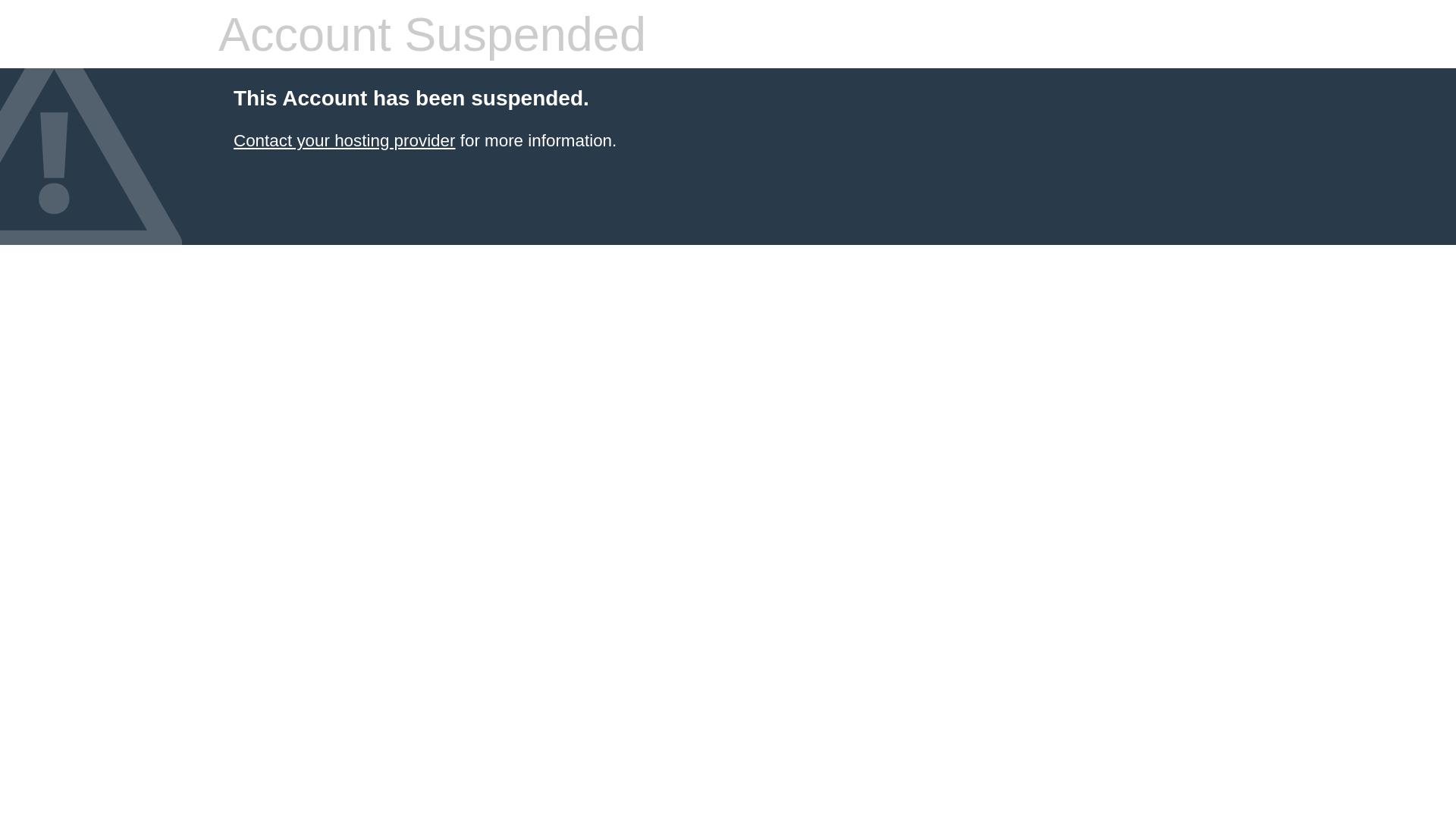 The image size is (1456, 819). Describe the element at coordinates (344, 140) in the screenshot. I see `'Contact your hosting provider'` at that location.